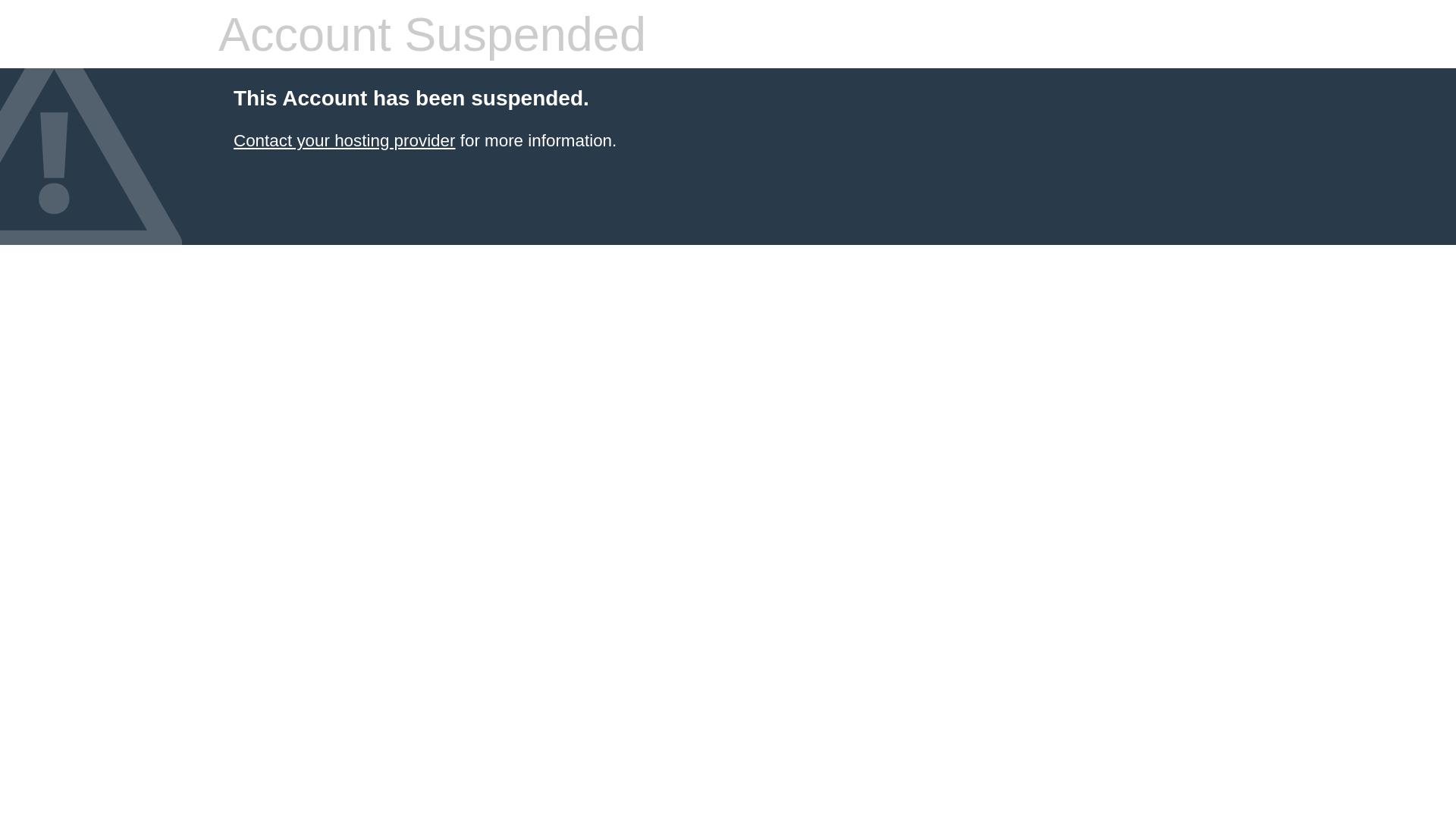 The image size is (1456, 819). Describe the element at coordinates (344, 140) in the screenshot. I see `'Contact your hosting provider'` at that location.